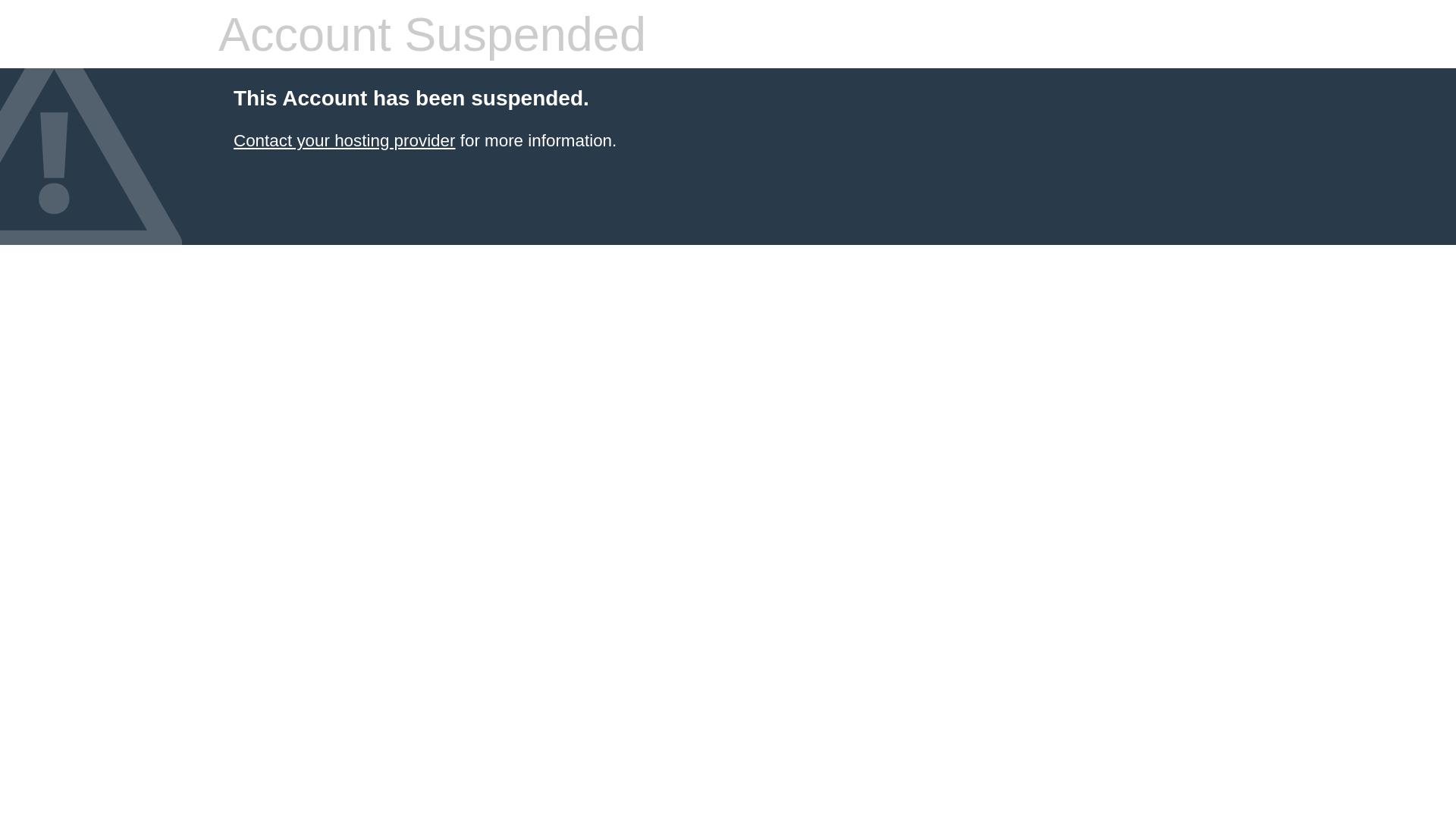 The image size is (1456, 819). Describe the element at coordinates (344, 140) in the screenshot. I see `'Contact your hosting provider'` at that location.